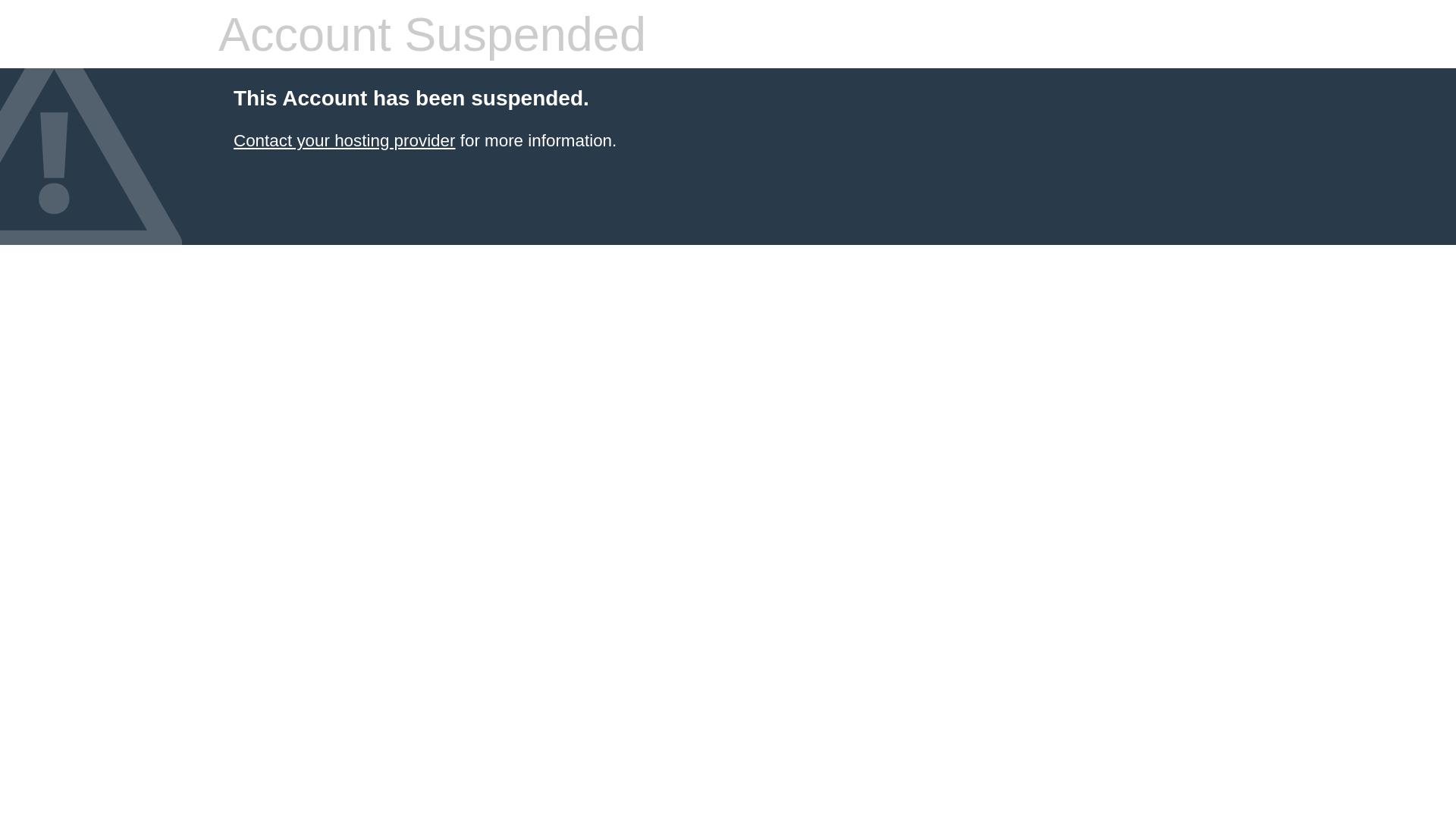 The image size is (1456, 819). Describe the element at coordinates (344, 140) in the screenshot. I see `'Contact your hosting provider'` at that location.